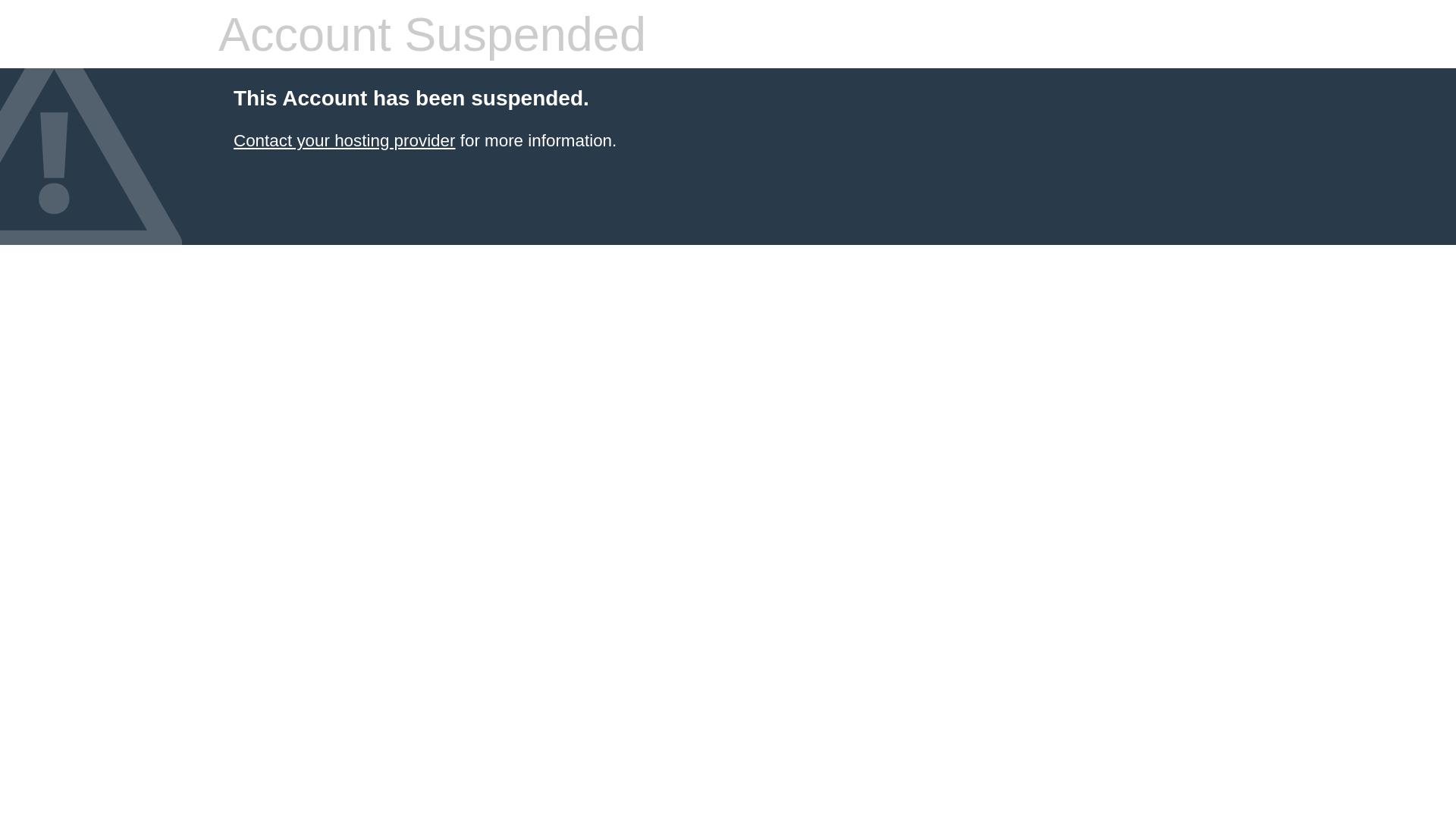 The image size is (1456, 819). Describe the element at coordinates (344, 140) in the screenshot. I see `'Contact your hosting provider'` at that location.